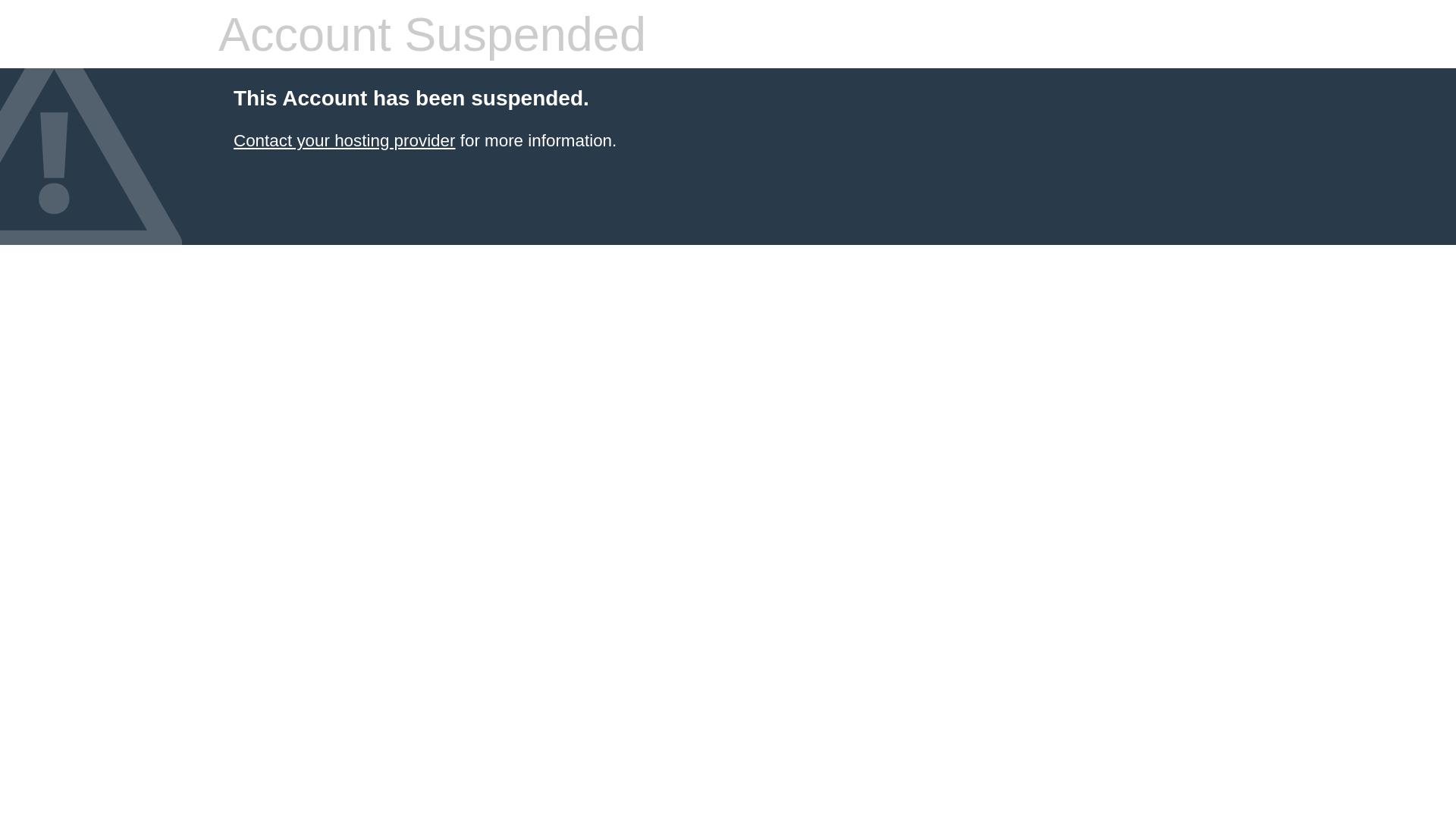 The image size is (1456, 819). Describe the element at coordinates (344, 140) in the screenshot. I see `'Contact your hosting provider'` at that location.